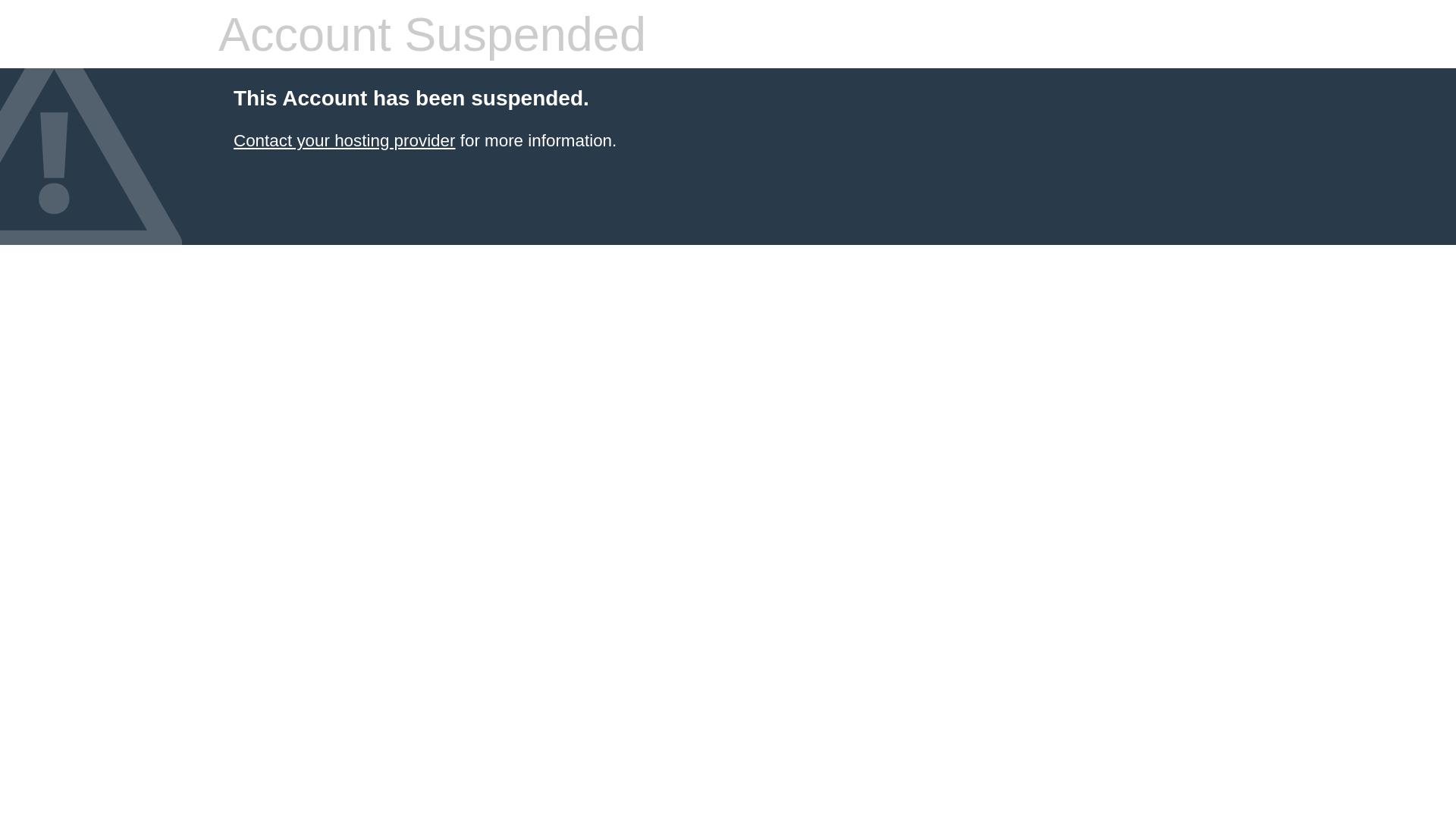 The image size is (1456, 819). Describe the element at coordinates (344, 140) in the screenshot. I see `'Contact your hosting provider'` at that location.